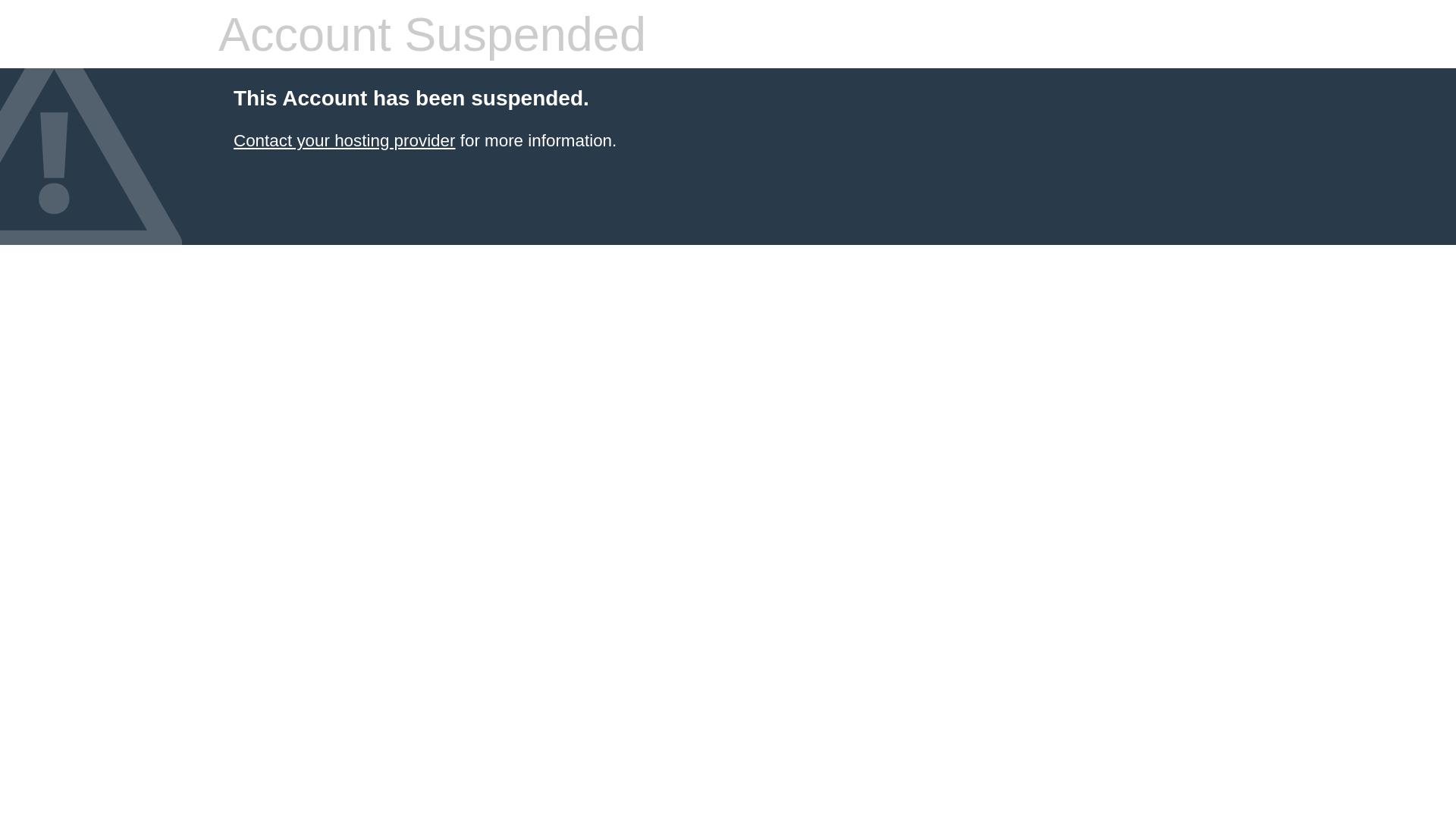 The image size is (1456, 819). Describe the element at coordinates (344, 140) in the screenshot. I see `'Contact your hosting provider'` at that location.